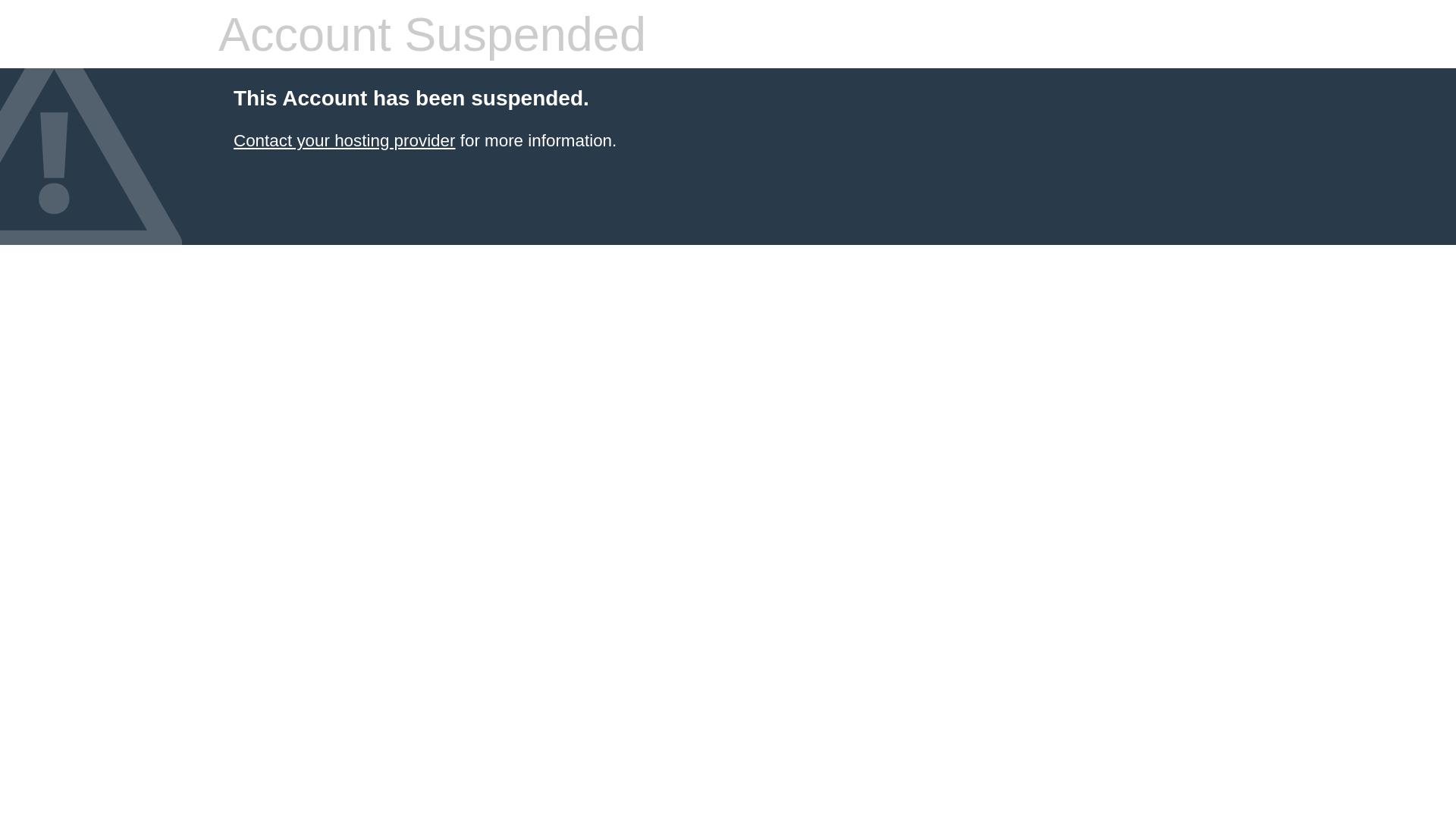 The image size is (1456, 819). Describe the element at coordinates (344, 140) in the screenshot. I see `'Contact your hosting provider'` at that location.